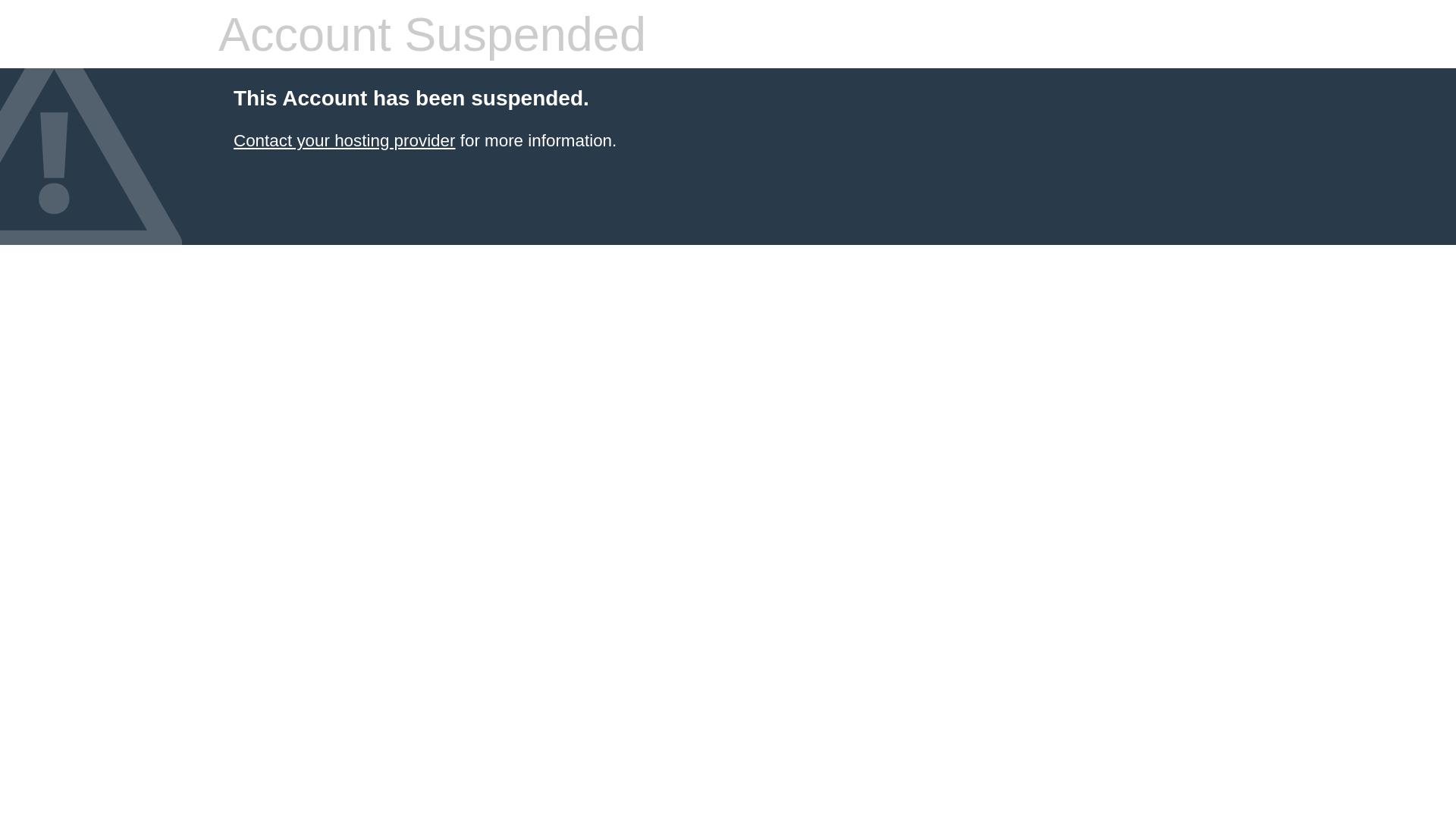 The image size is (1456, 819). Describe the element at coordinates (344, 140) in the screenshot. I see `'Contact your hosting provider'` at that location.